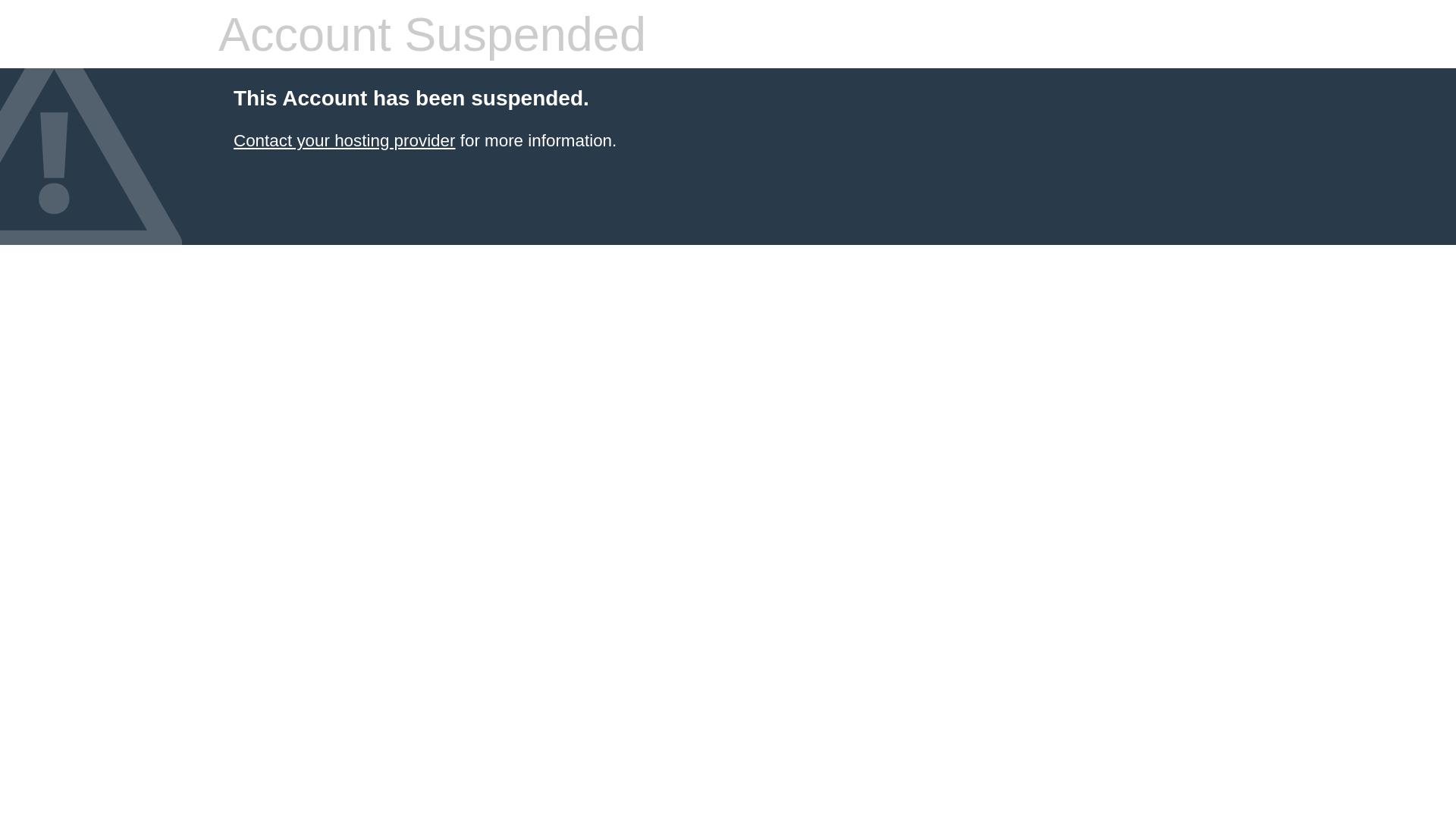 The image size is (1456, 819). Describe the element at coordinates (344, 140) in the screenshot. I see `'Contact your hosting provider'` at that location.